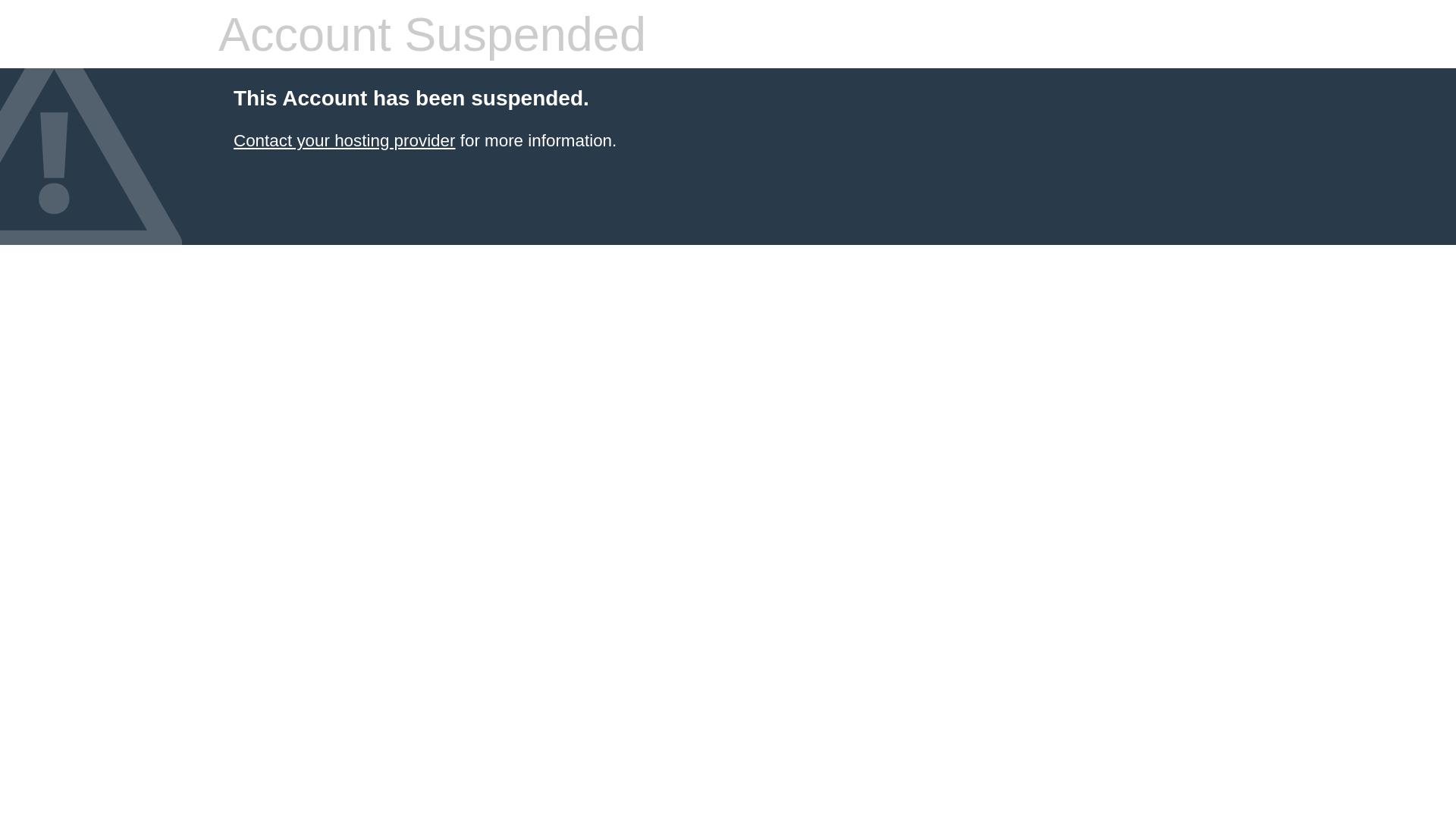 The image size is (1456, 819). Describe the element at coordinates (344, 140) in the screenshot. I see `'Contact your hosting provider'` at that location.